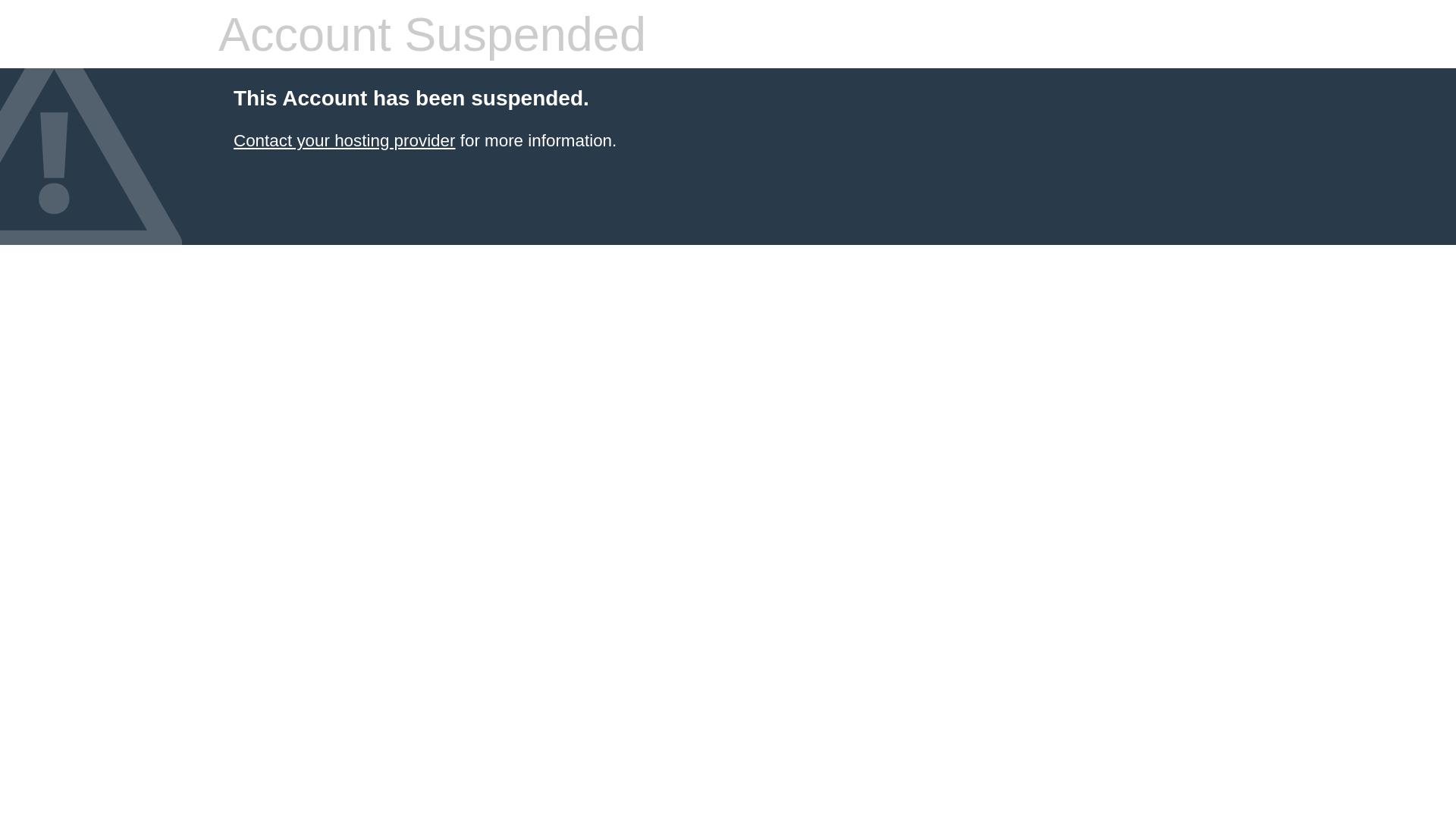 The image size is (1456, 819). Describe the element at coordinates (344, 140) in the screenshot. I see `'Contact your hosting provider'` at that location.